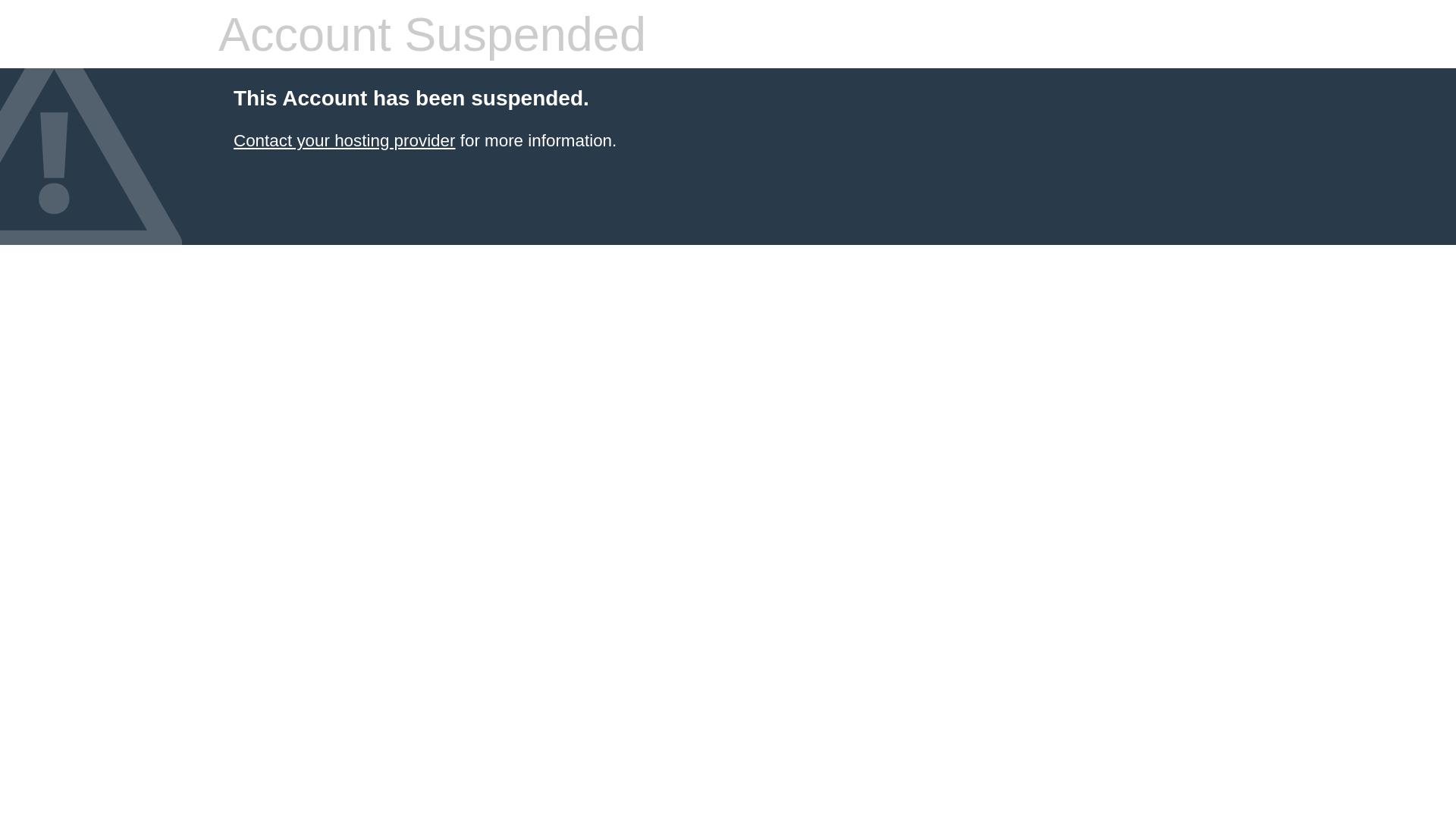 The image size is (1456, 819). Describe the element at coordinates (344, 140) in the screenshot. I see `'Contact your hosting provider'` at that location.